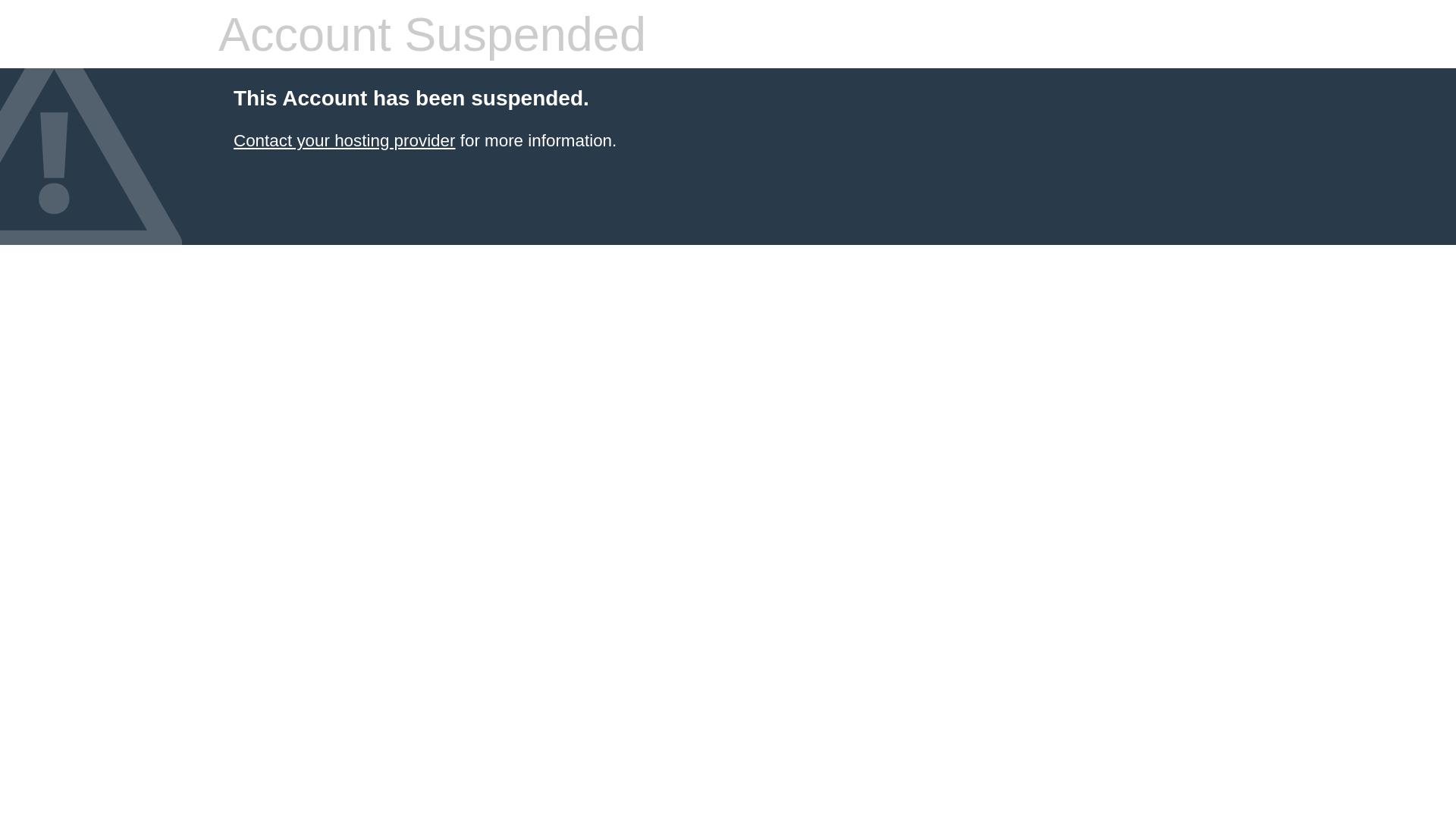 The image size is (1456, 819). Describe the element at coordinates (344, 140) in the screenshot. I see `'Contact your hosting provider'` at that location.